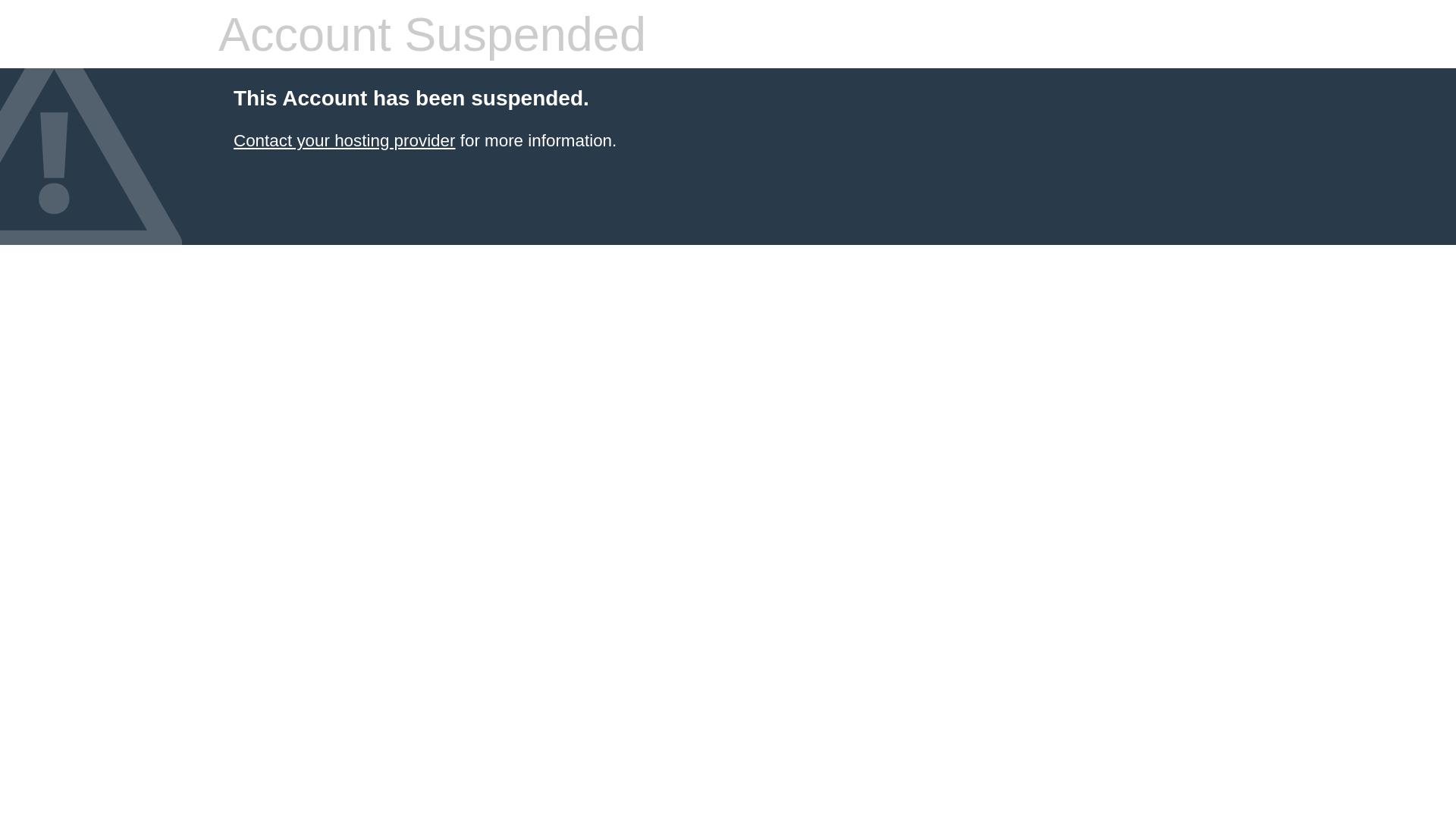 The image size is (1456, 819). Describe the element at coordinates (344, 140) in the screenshot. I see `'Contact your hosting provider'` at that location.